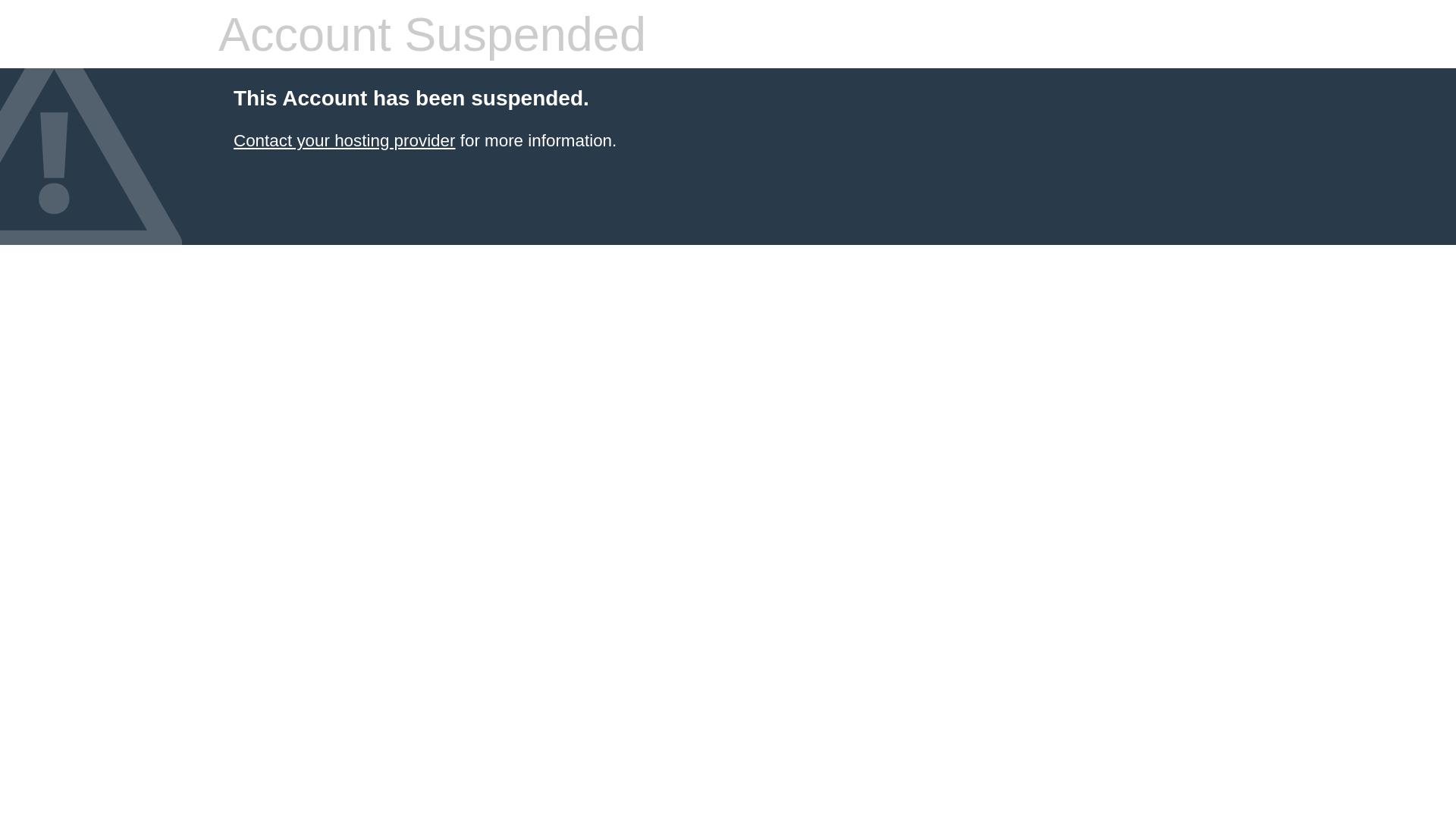 The image size is (1456, 819). Describe the element at coordinates (344, 140) in the screenshot. I see `'Contact your hosting provider'` at that location.